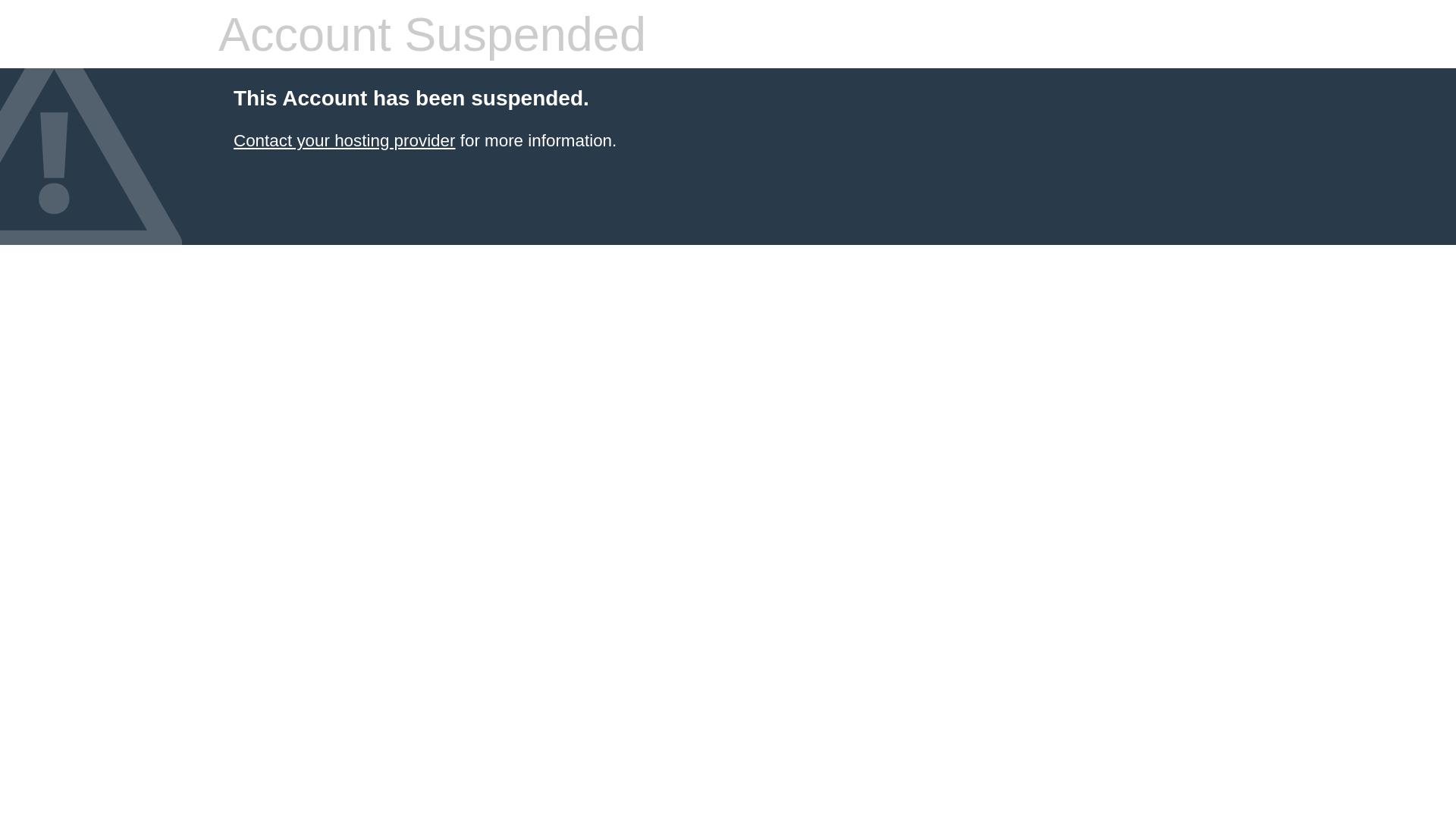 The image size is (1456, 819). Describe the element at coordinates (344, 140) in the screenshot. I see `'Contact your hosting provider'` at that location.